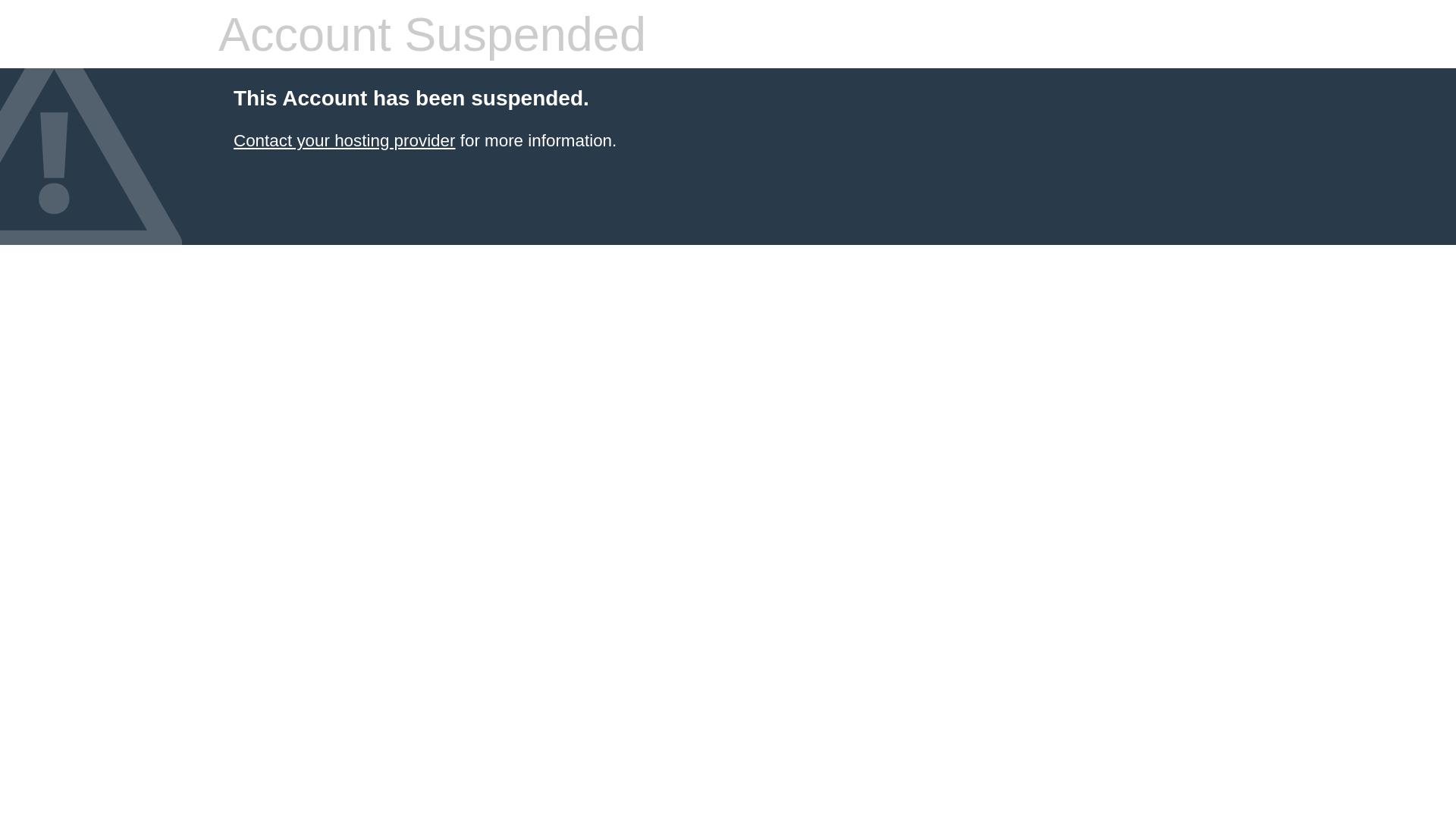 The image size is (1456, 819). Describe the element at coordinates (344, 140) in the screenshot. I see `'Contact your hosting provider'` at that location.